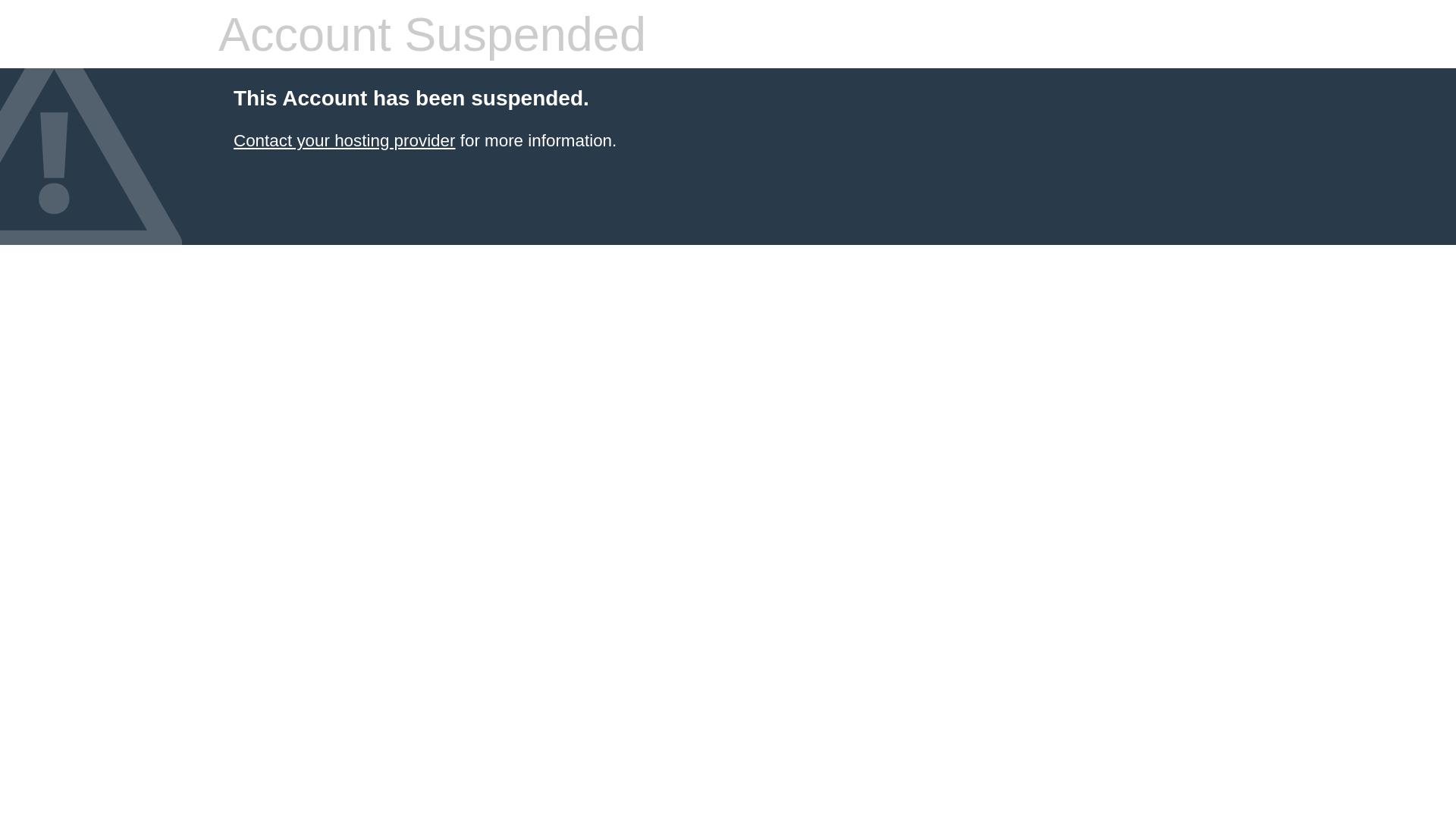 The image size is (1456, 819). Describe the element at coordinates (344, 140) in the screenshot. I see `'Contact your hosting provider'` at that location.